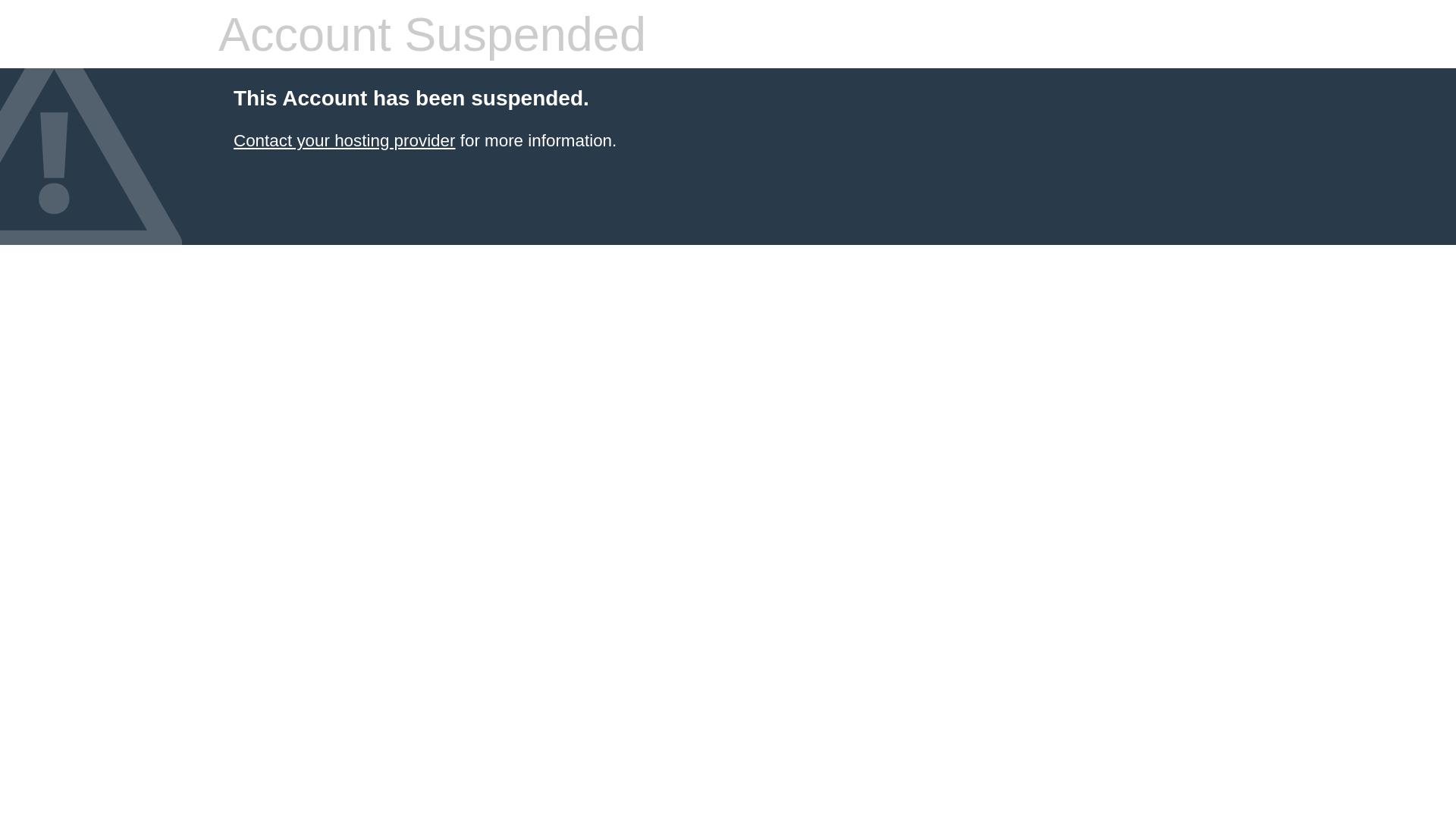 The image size is (1456, 819). Describe the element at coordinates (344, 140) in the screenshot. I see `'Contact your hosting provider'` at that location.